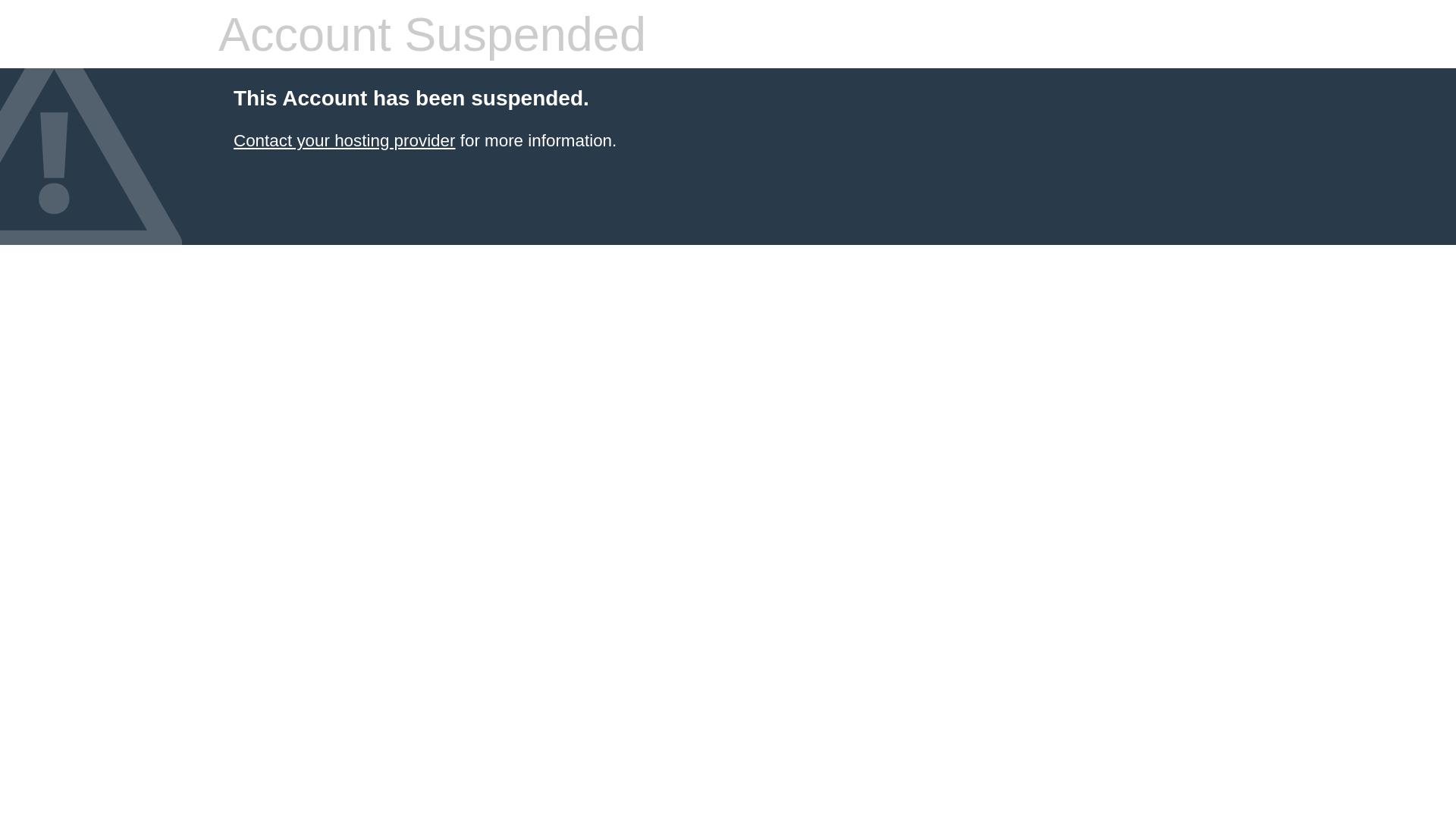 The image size is (1456, 819). Describe the element at coordinates (344, 140) in the screenshot. I see `'Contact your hosting provider'` at that location.